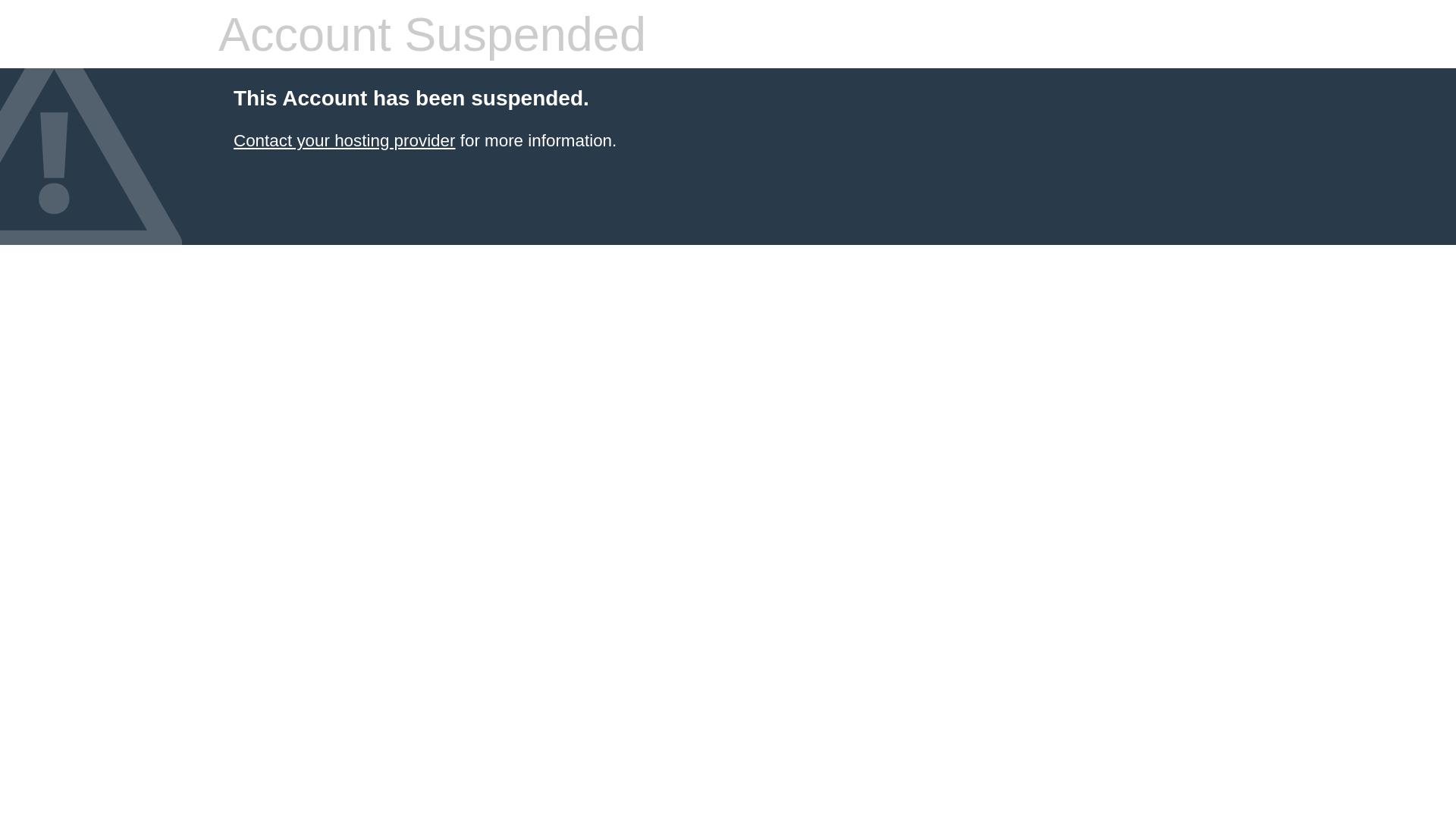 The image size is (1456, 819). Describe the element at coordinates (344, 140) in the screenshot. I see `'Contact your hosting provider'` at that location.